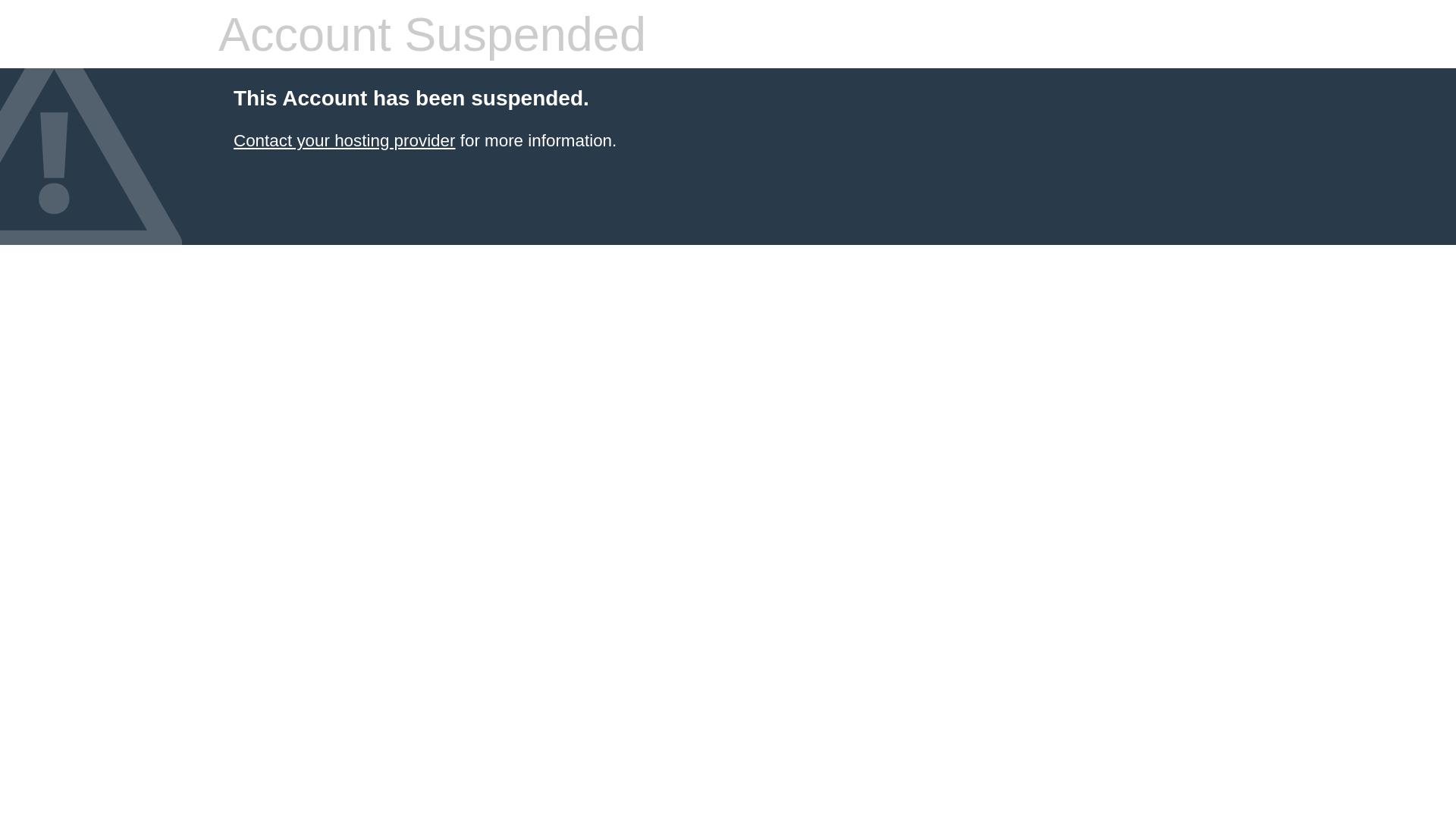 The image size is (1456, 819). Describe the element at coordinates (344, 140) in the screenshot. I see `'Contact your hosting provider'` at that location.